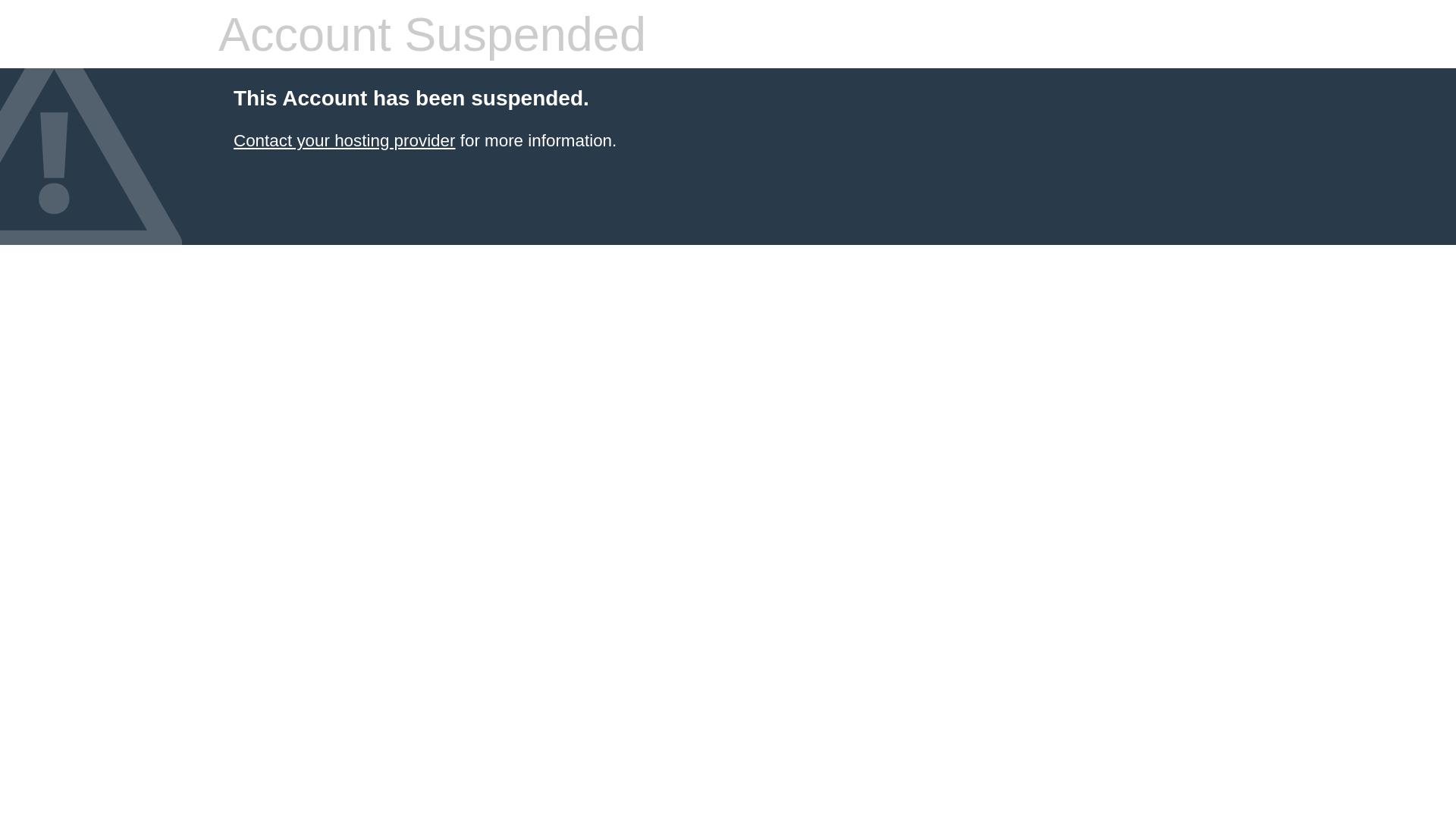 The image size is (1456, 819). Describe the element at coordinates (344, 140) in the screenshot. I see `'Contact your hosting provider'` at that location.